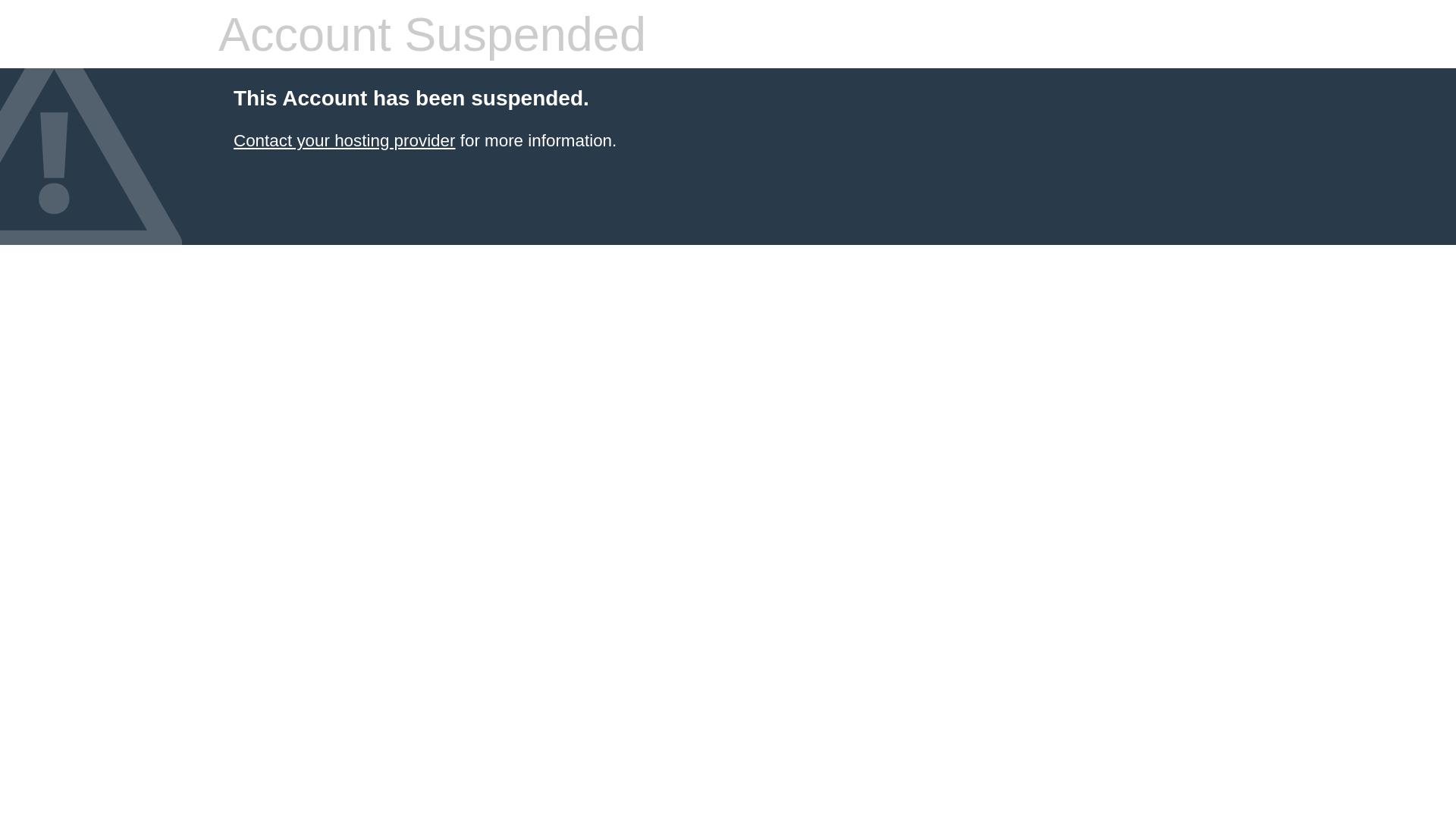 The image size is (1456, 819). Describe the element at coordinates (344, 140) in the screenshot. I see `'Contact your hosting provider'` at that location.